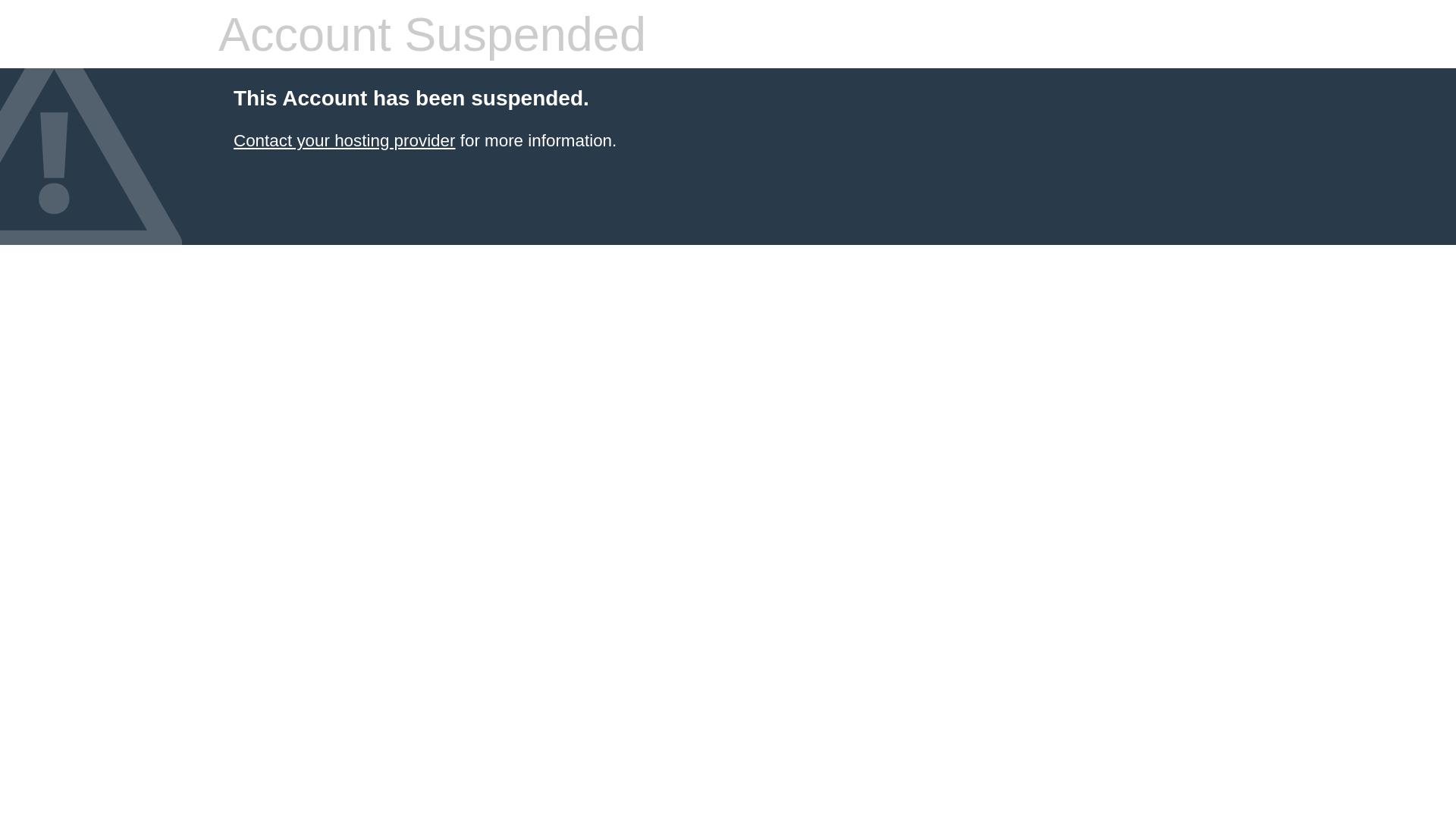 The image size is (1456, 819). Describe the element at coordinates (344, 140) in the screenshot. I see `'Contact your hosting provider'` at that location.